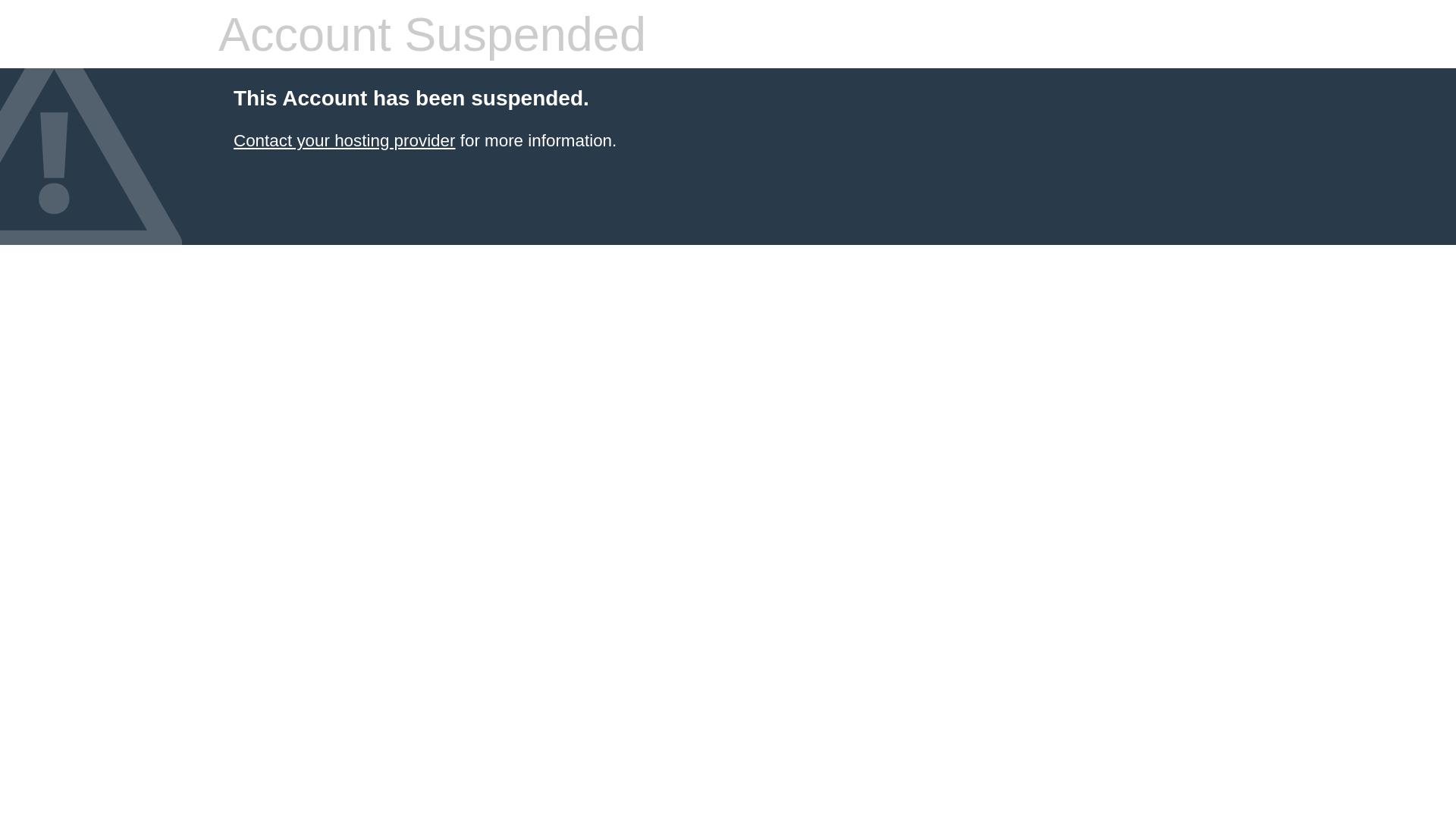 The image size is (1456, 819). Describe the element at coordinates (344, 140) in the screenshot. I see `'Contact your hosting provider'` at that location.